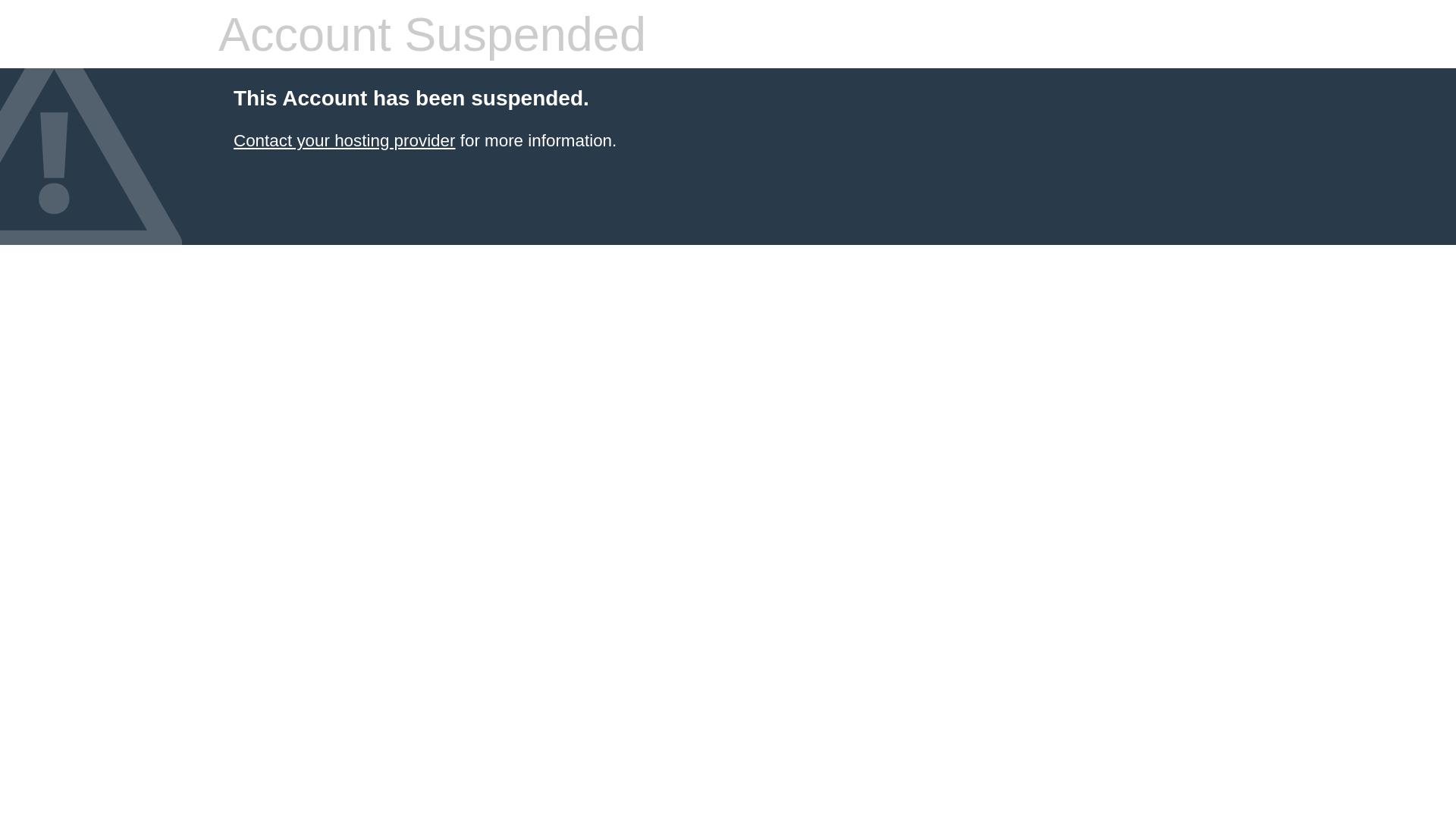 The image size is (1456, 819). Describe the element at coordinates (344, 140) in the screenshot. I see `'Contact your hosting provider'` at that location.